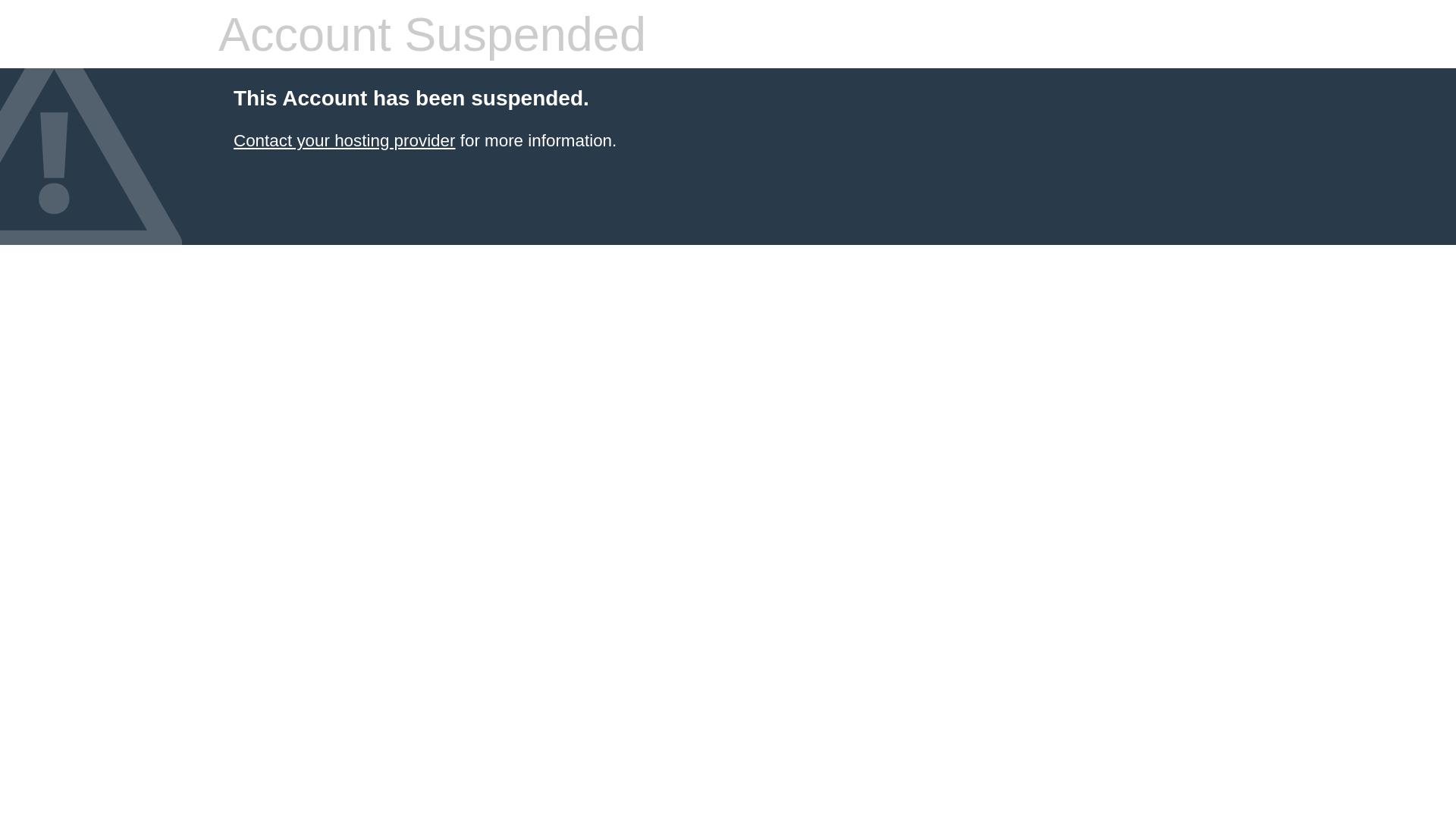 The image size is (1456, 819). Describe the element at coordinates (344, 140) in the screenshot. I see `'Contact your hosting provider'` at that location.